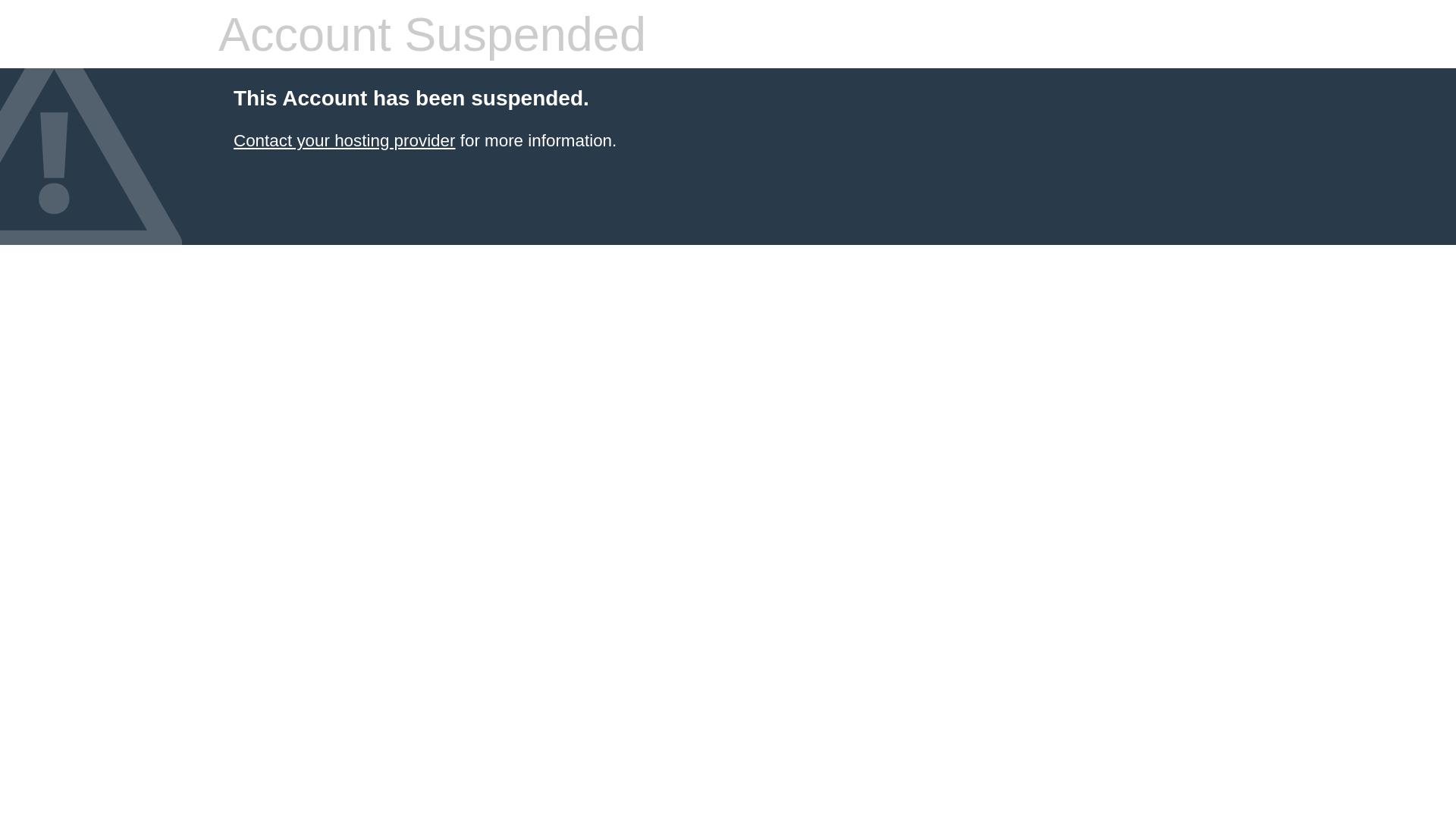 The image size is (1456, 819). Describe the element at coordinates (344, 140) in the screenshot. I see `'Contact your hosting provider'` at that location.